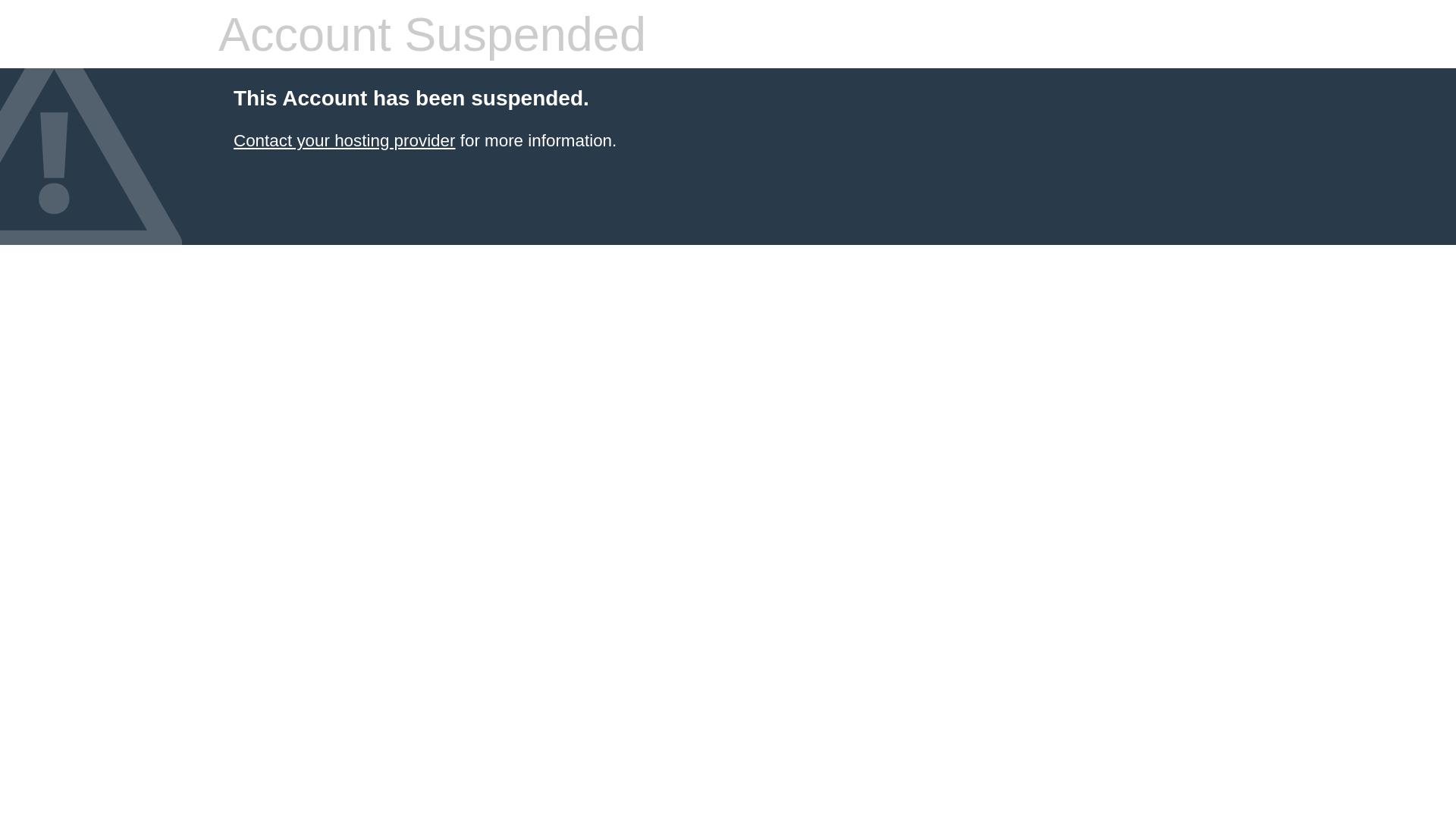 The image size is (1456, 819). Describe the element at coordinates (344, 140) in the screenshot. I see `'Contact your hosting provider'` at that location.